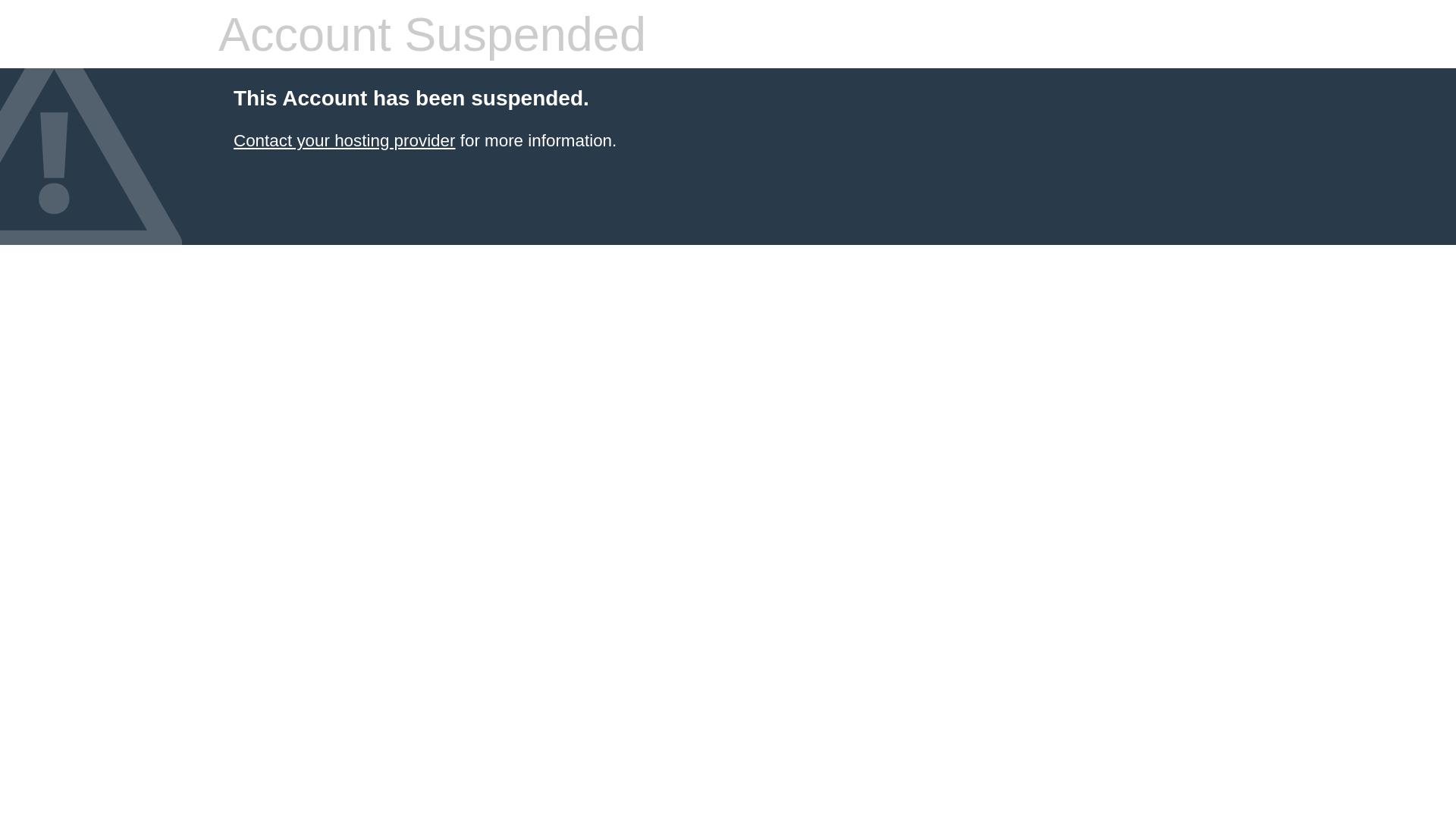 The image size is (1456, 819). Describe the element at coordinates (344, 140) in the screenshot. I see `'Contact your hosting provider'` at that location.